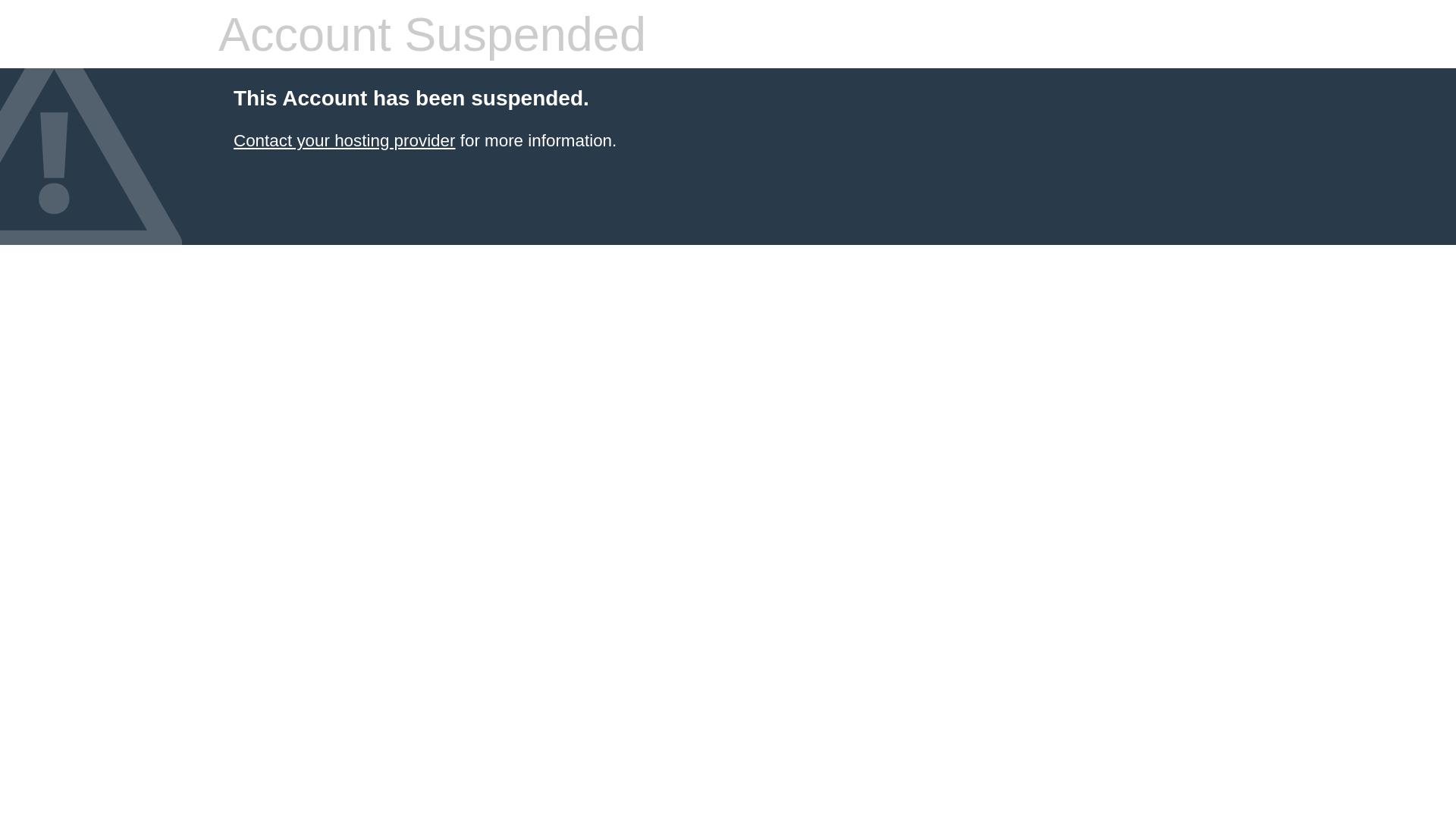 The image size is (1456, 819). Describe the element at coordinates (344, 140) in the screenshot. I see `'Contact your hosting provider'` at that location.